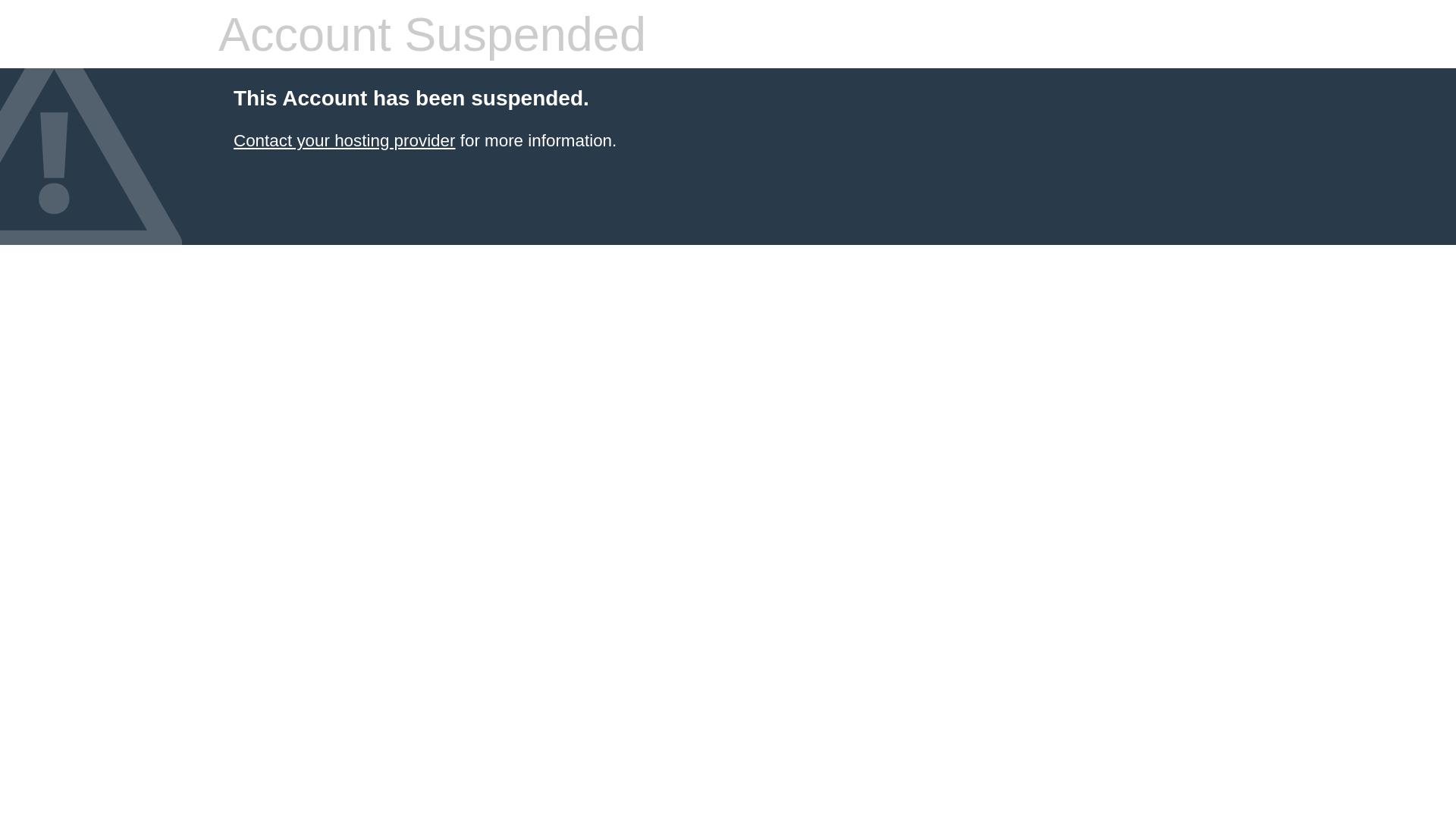 The image size is (1456, 819). Describe the element at coordinates (344, 140) in the screenshot. I see `'Contact your hosting provider'` at that location.